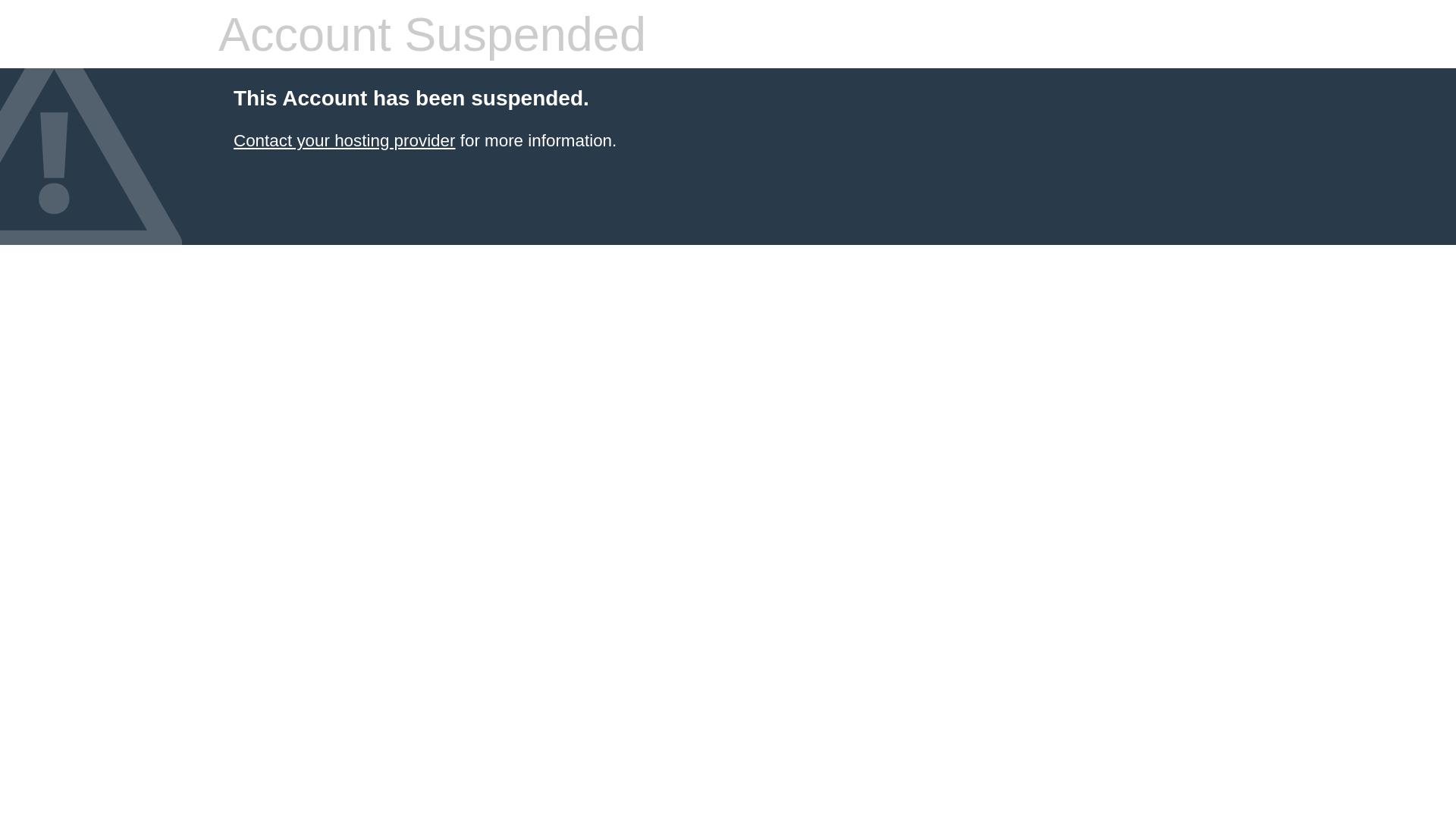 The image size is (1456, 819). Describe the element at coordinates (344, 140) in the screenshot. I see `'Contact your hosting provider'` at that location.